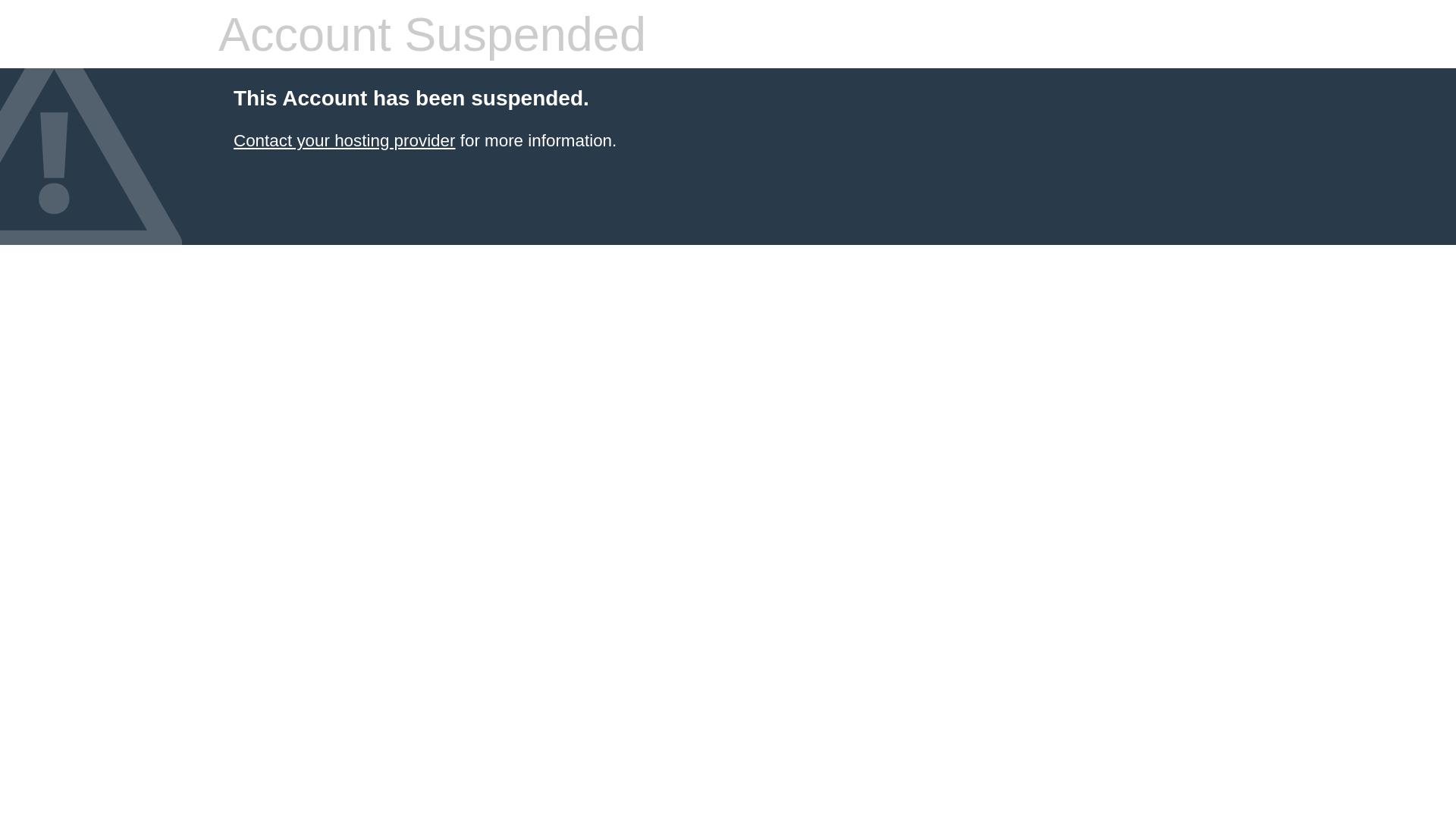 The image size is (1456, 819). Describe the element at coordinates (344, 140) in the screenshot. I see `'Contact your hosting provider'` at that location.